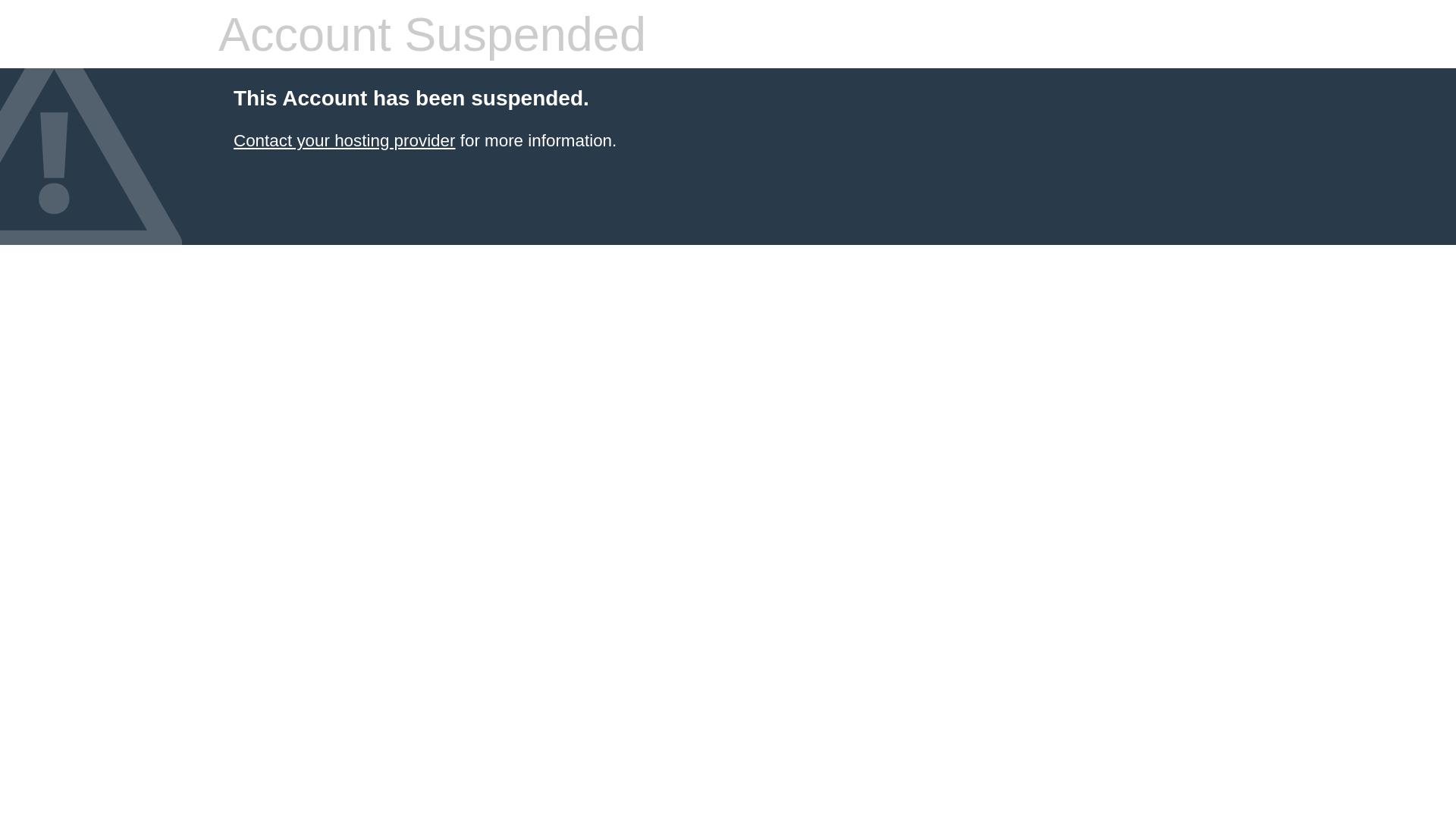 The image size is (1456, 819). Describe the element at coordinates (344, 140) in the screenshot. I see `'Contact your hosting provider'` at that location.